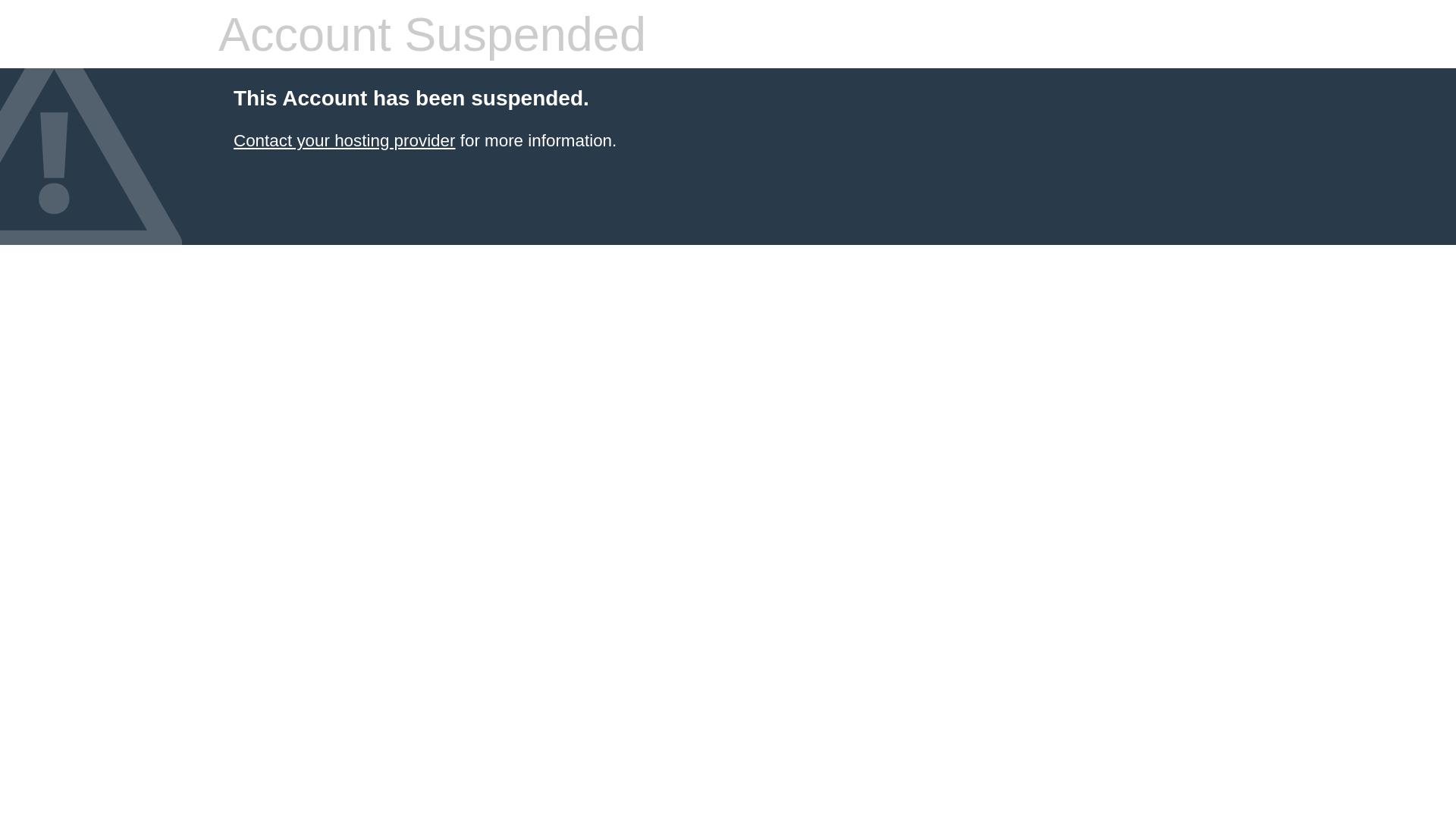 The image size is (1456, 819). Describe the element at coordinates (344, 140) in the screenshot. I see `'Contact your hosting provider'` at that location.